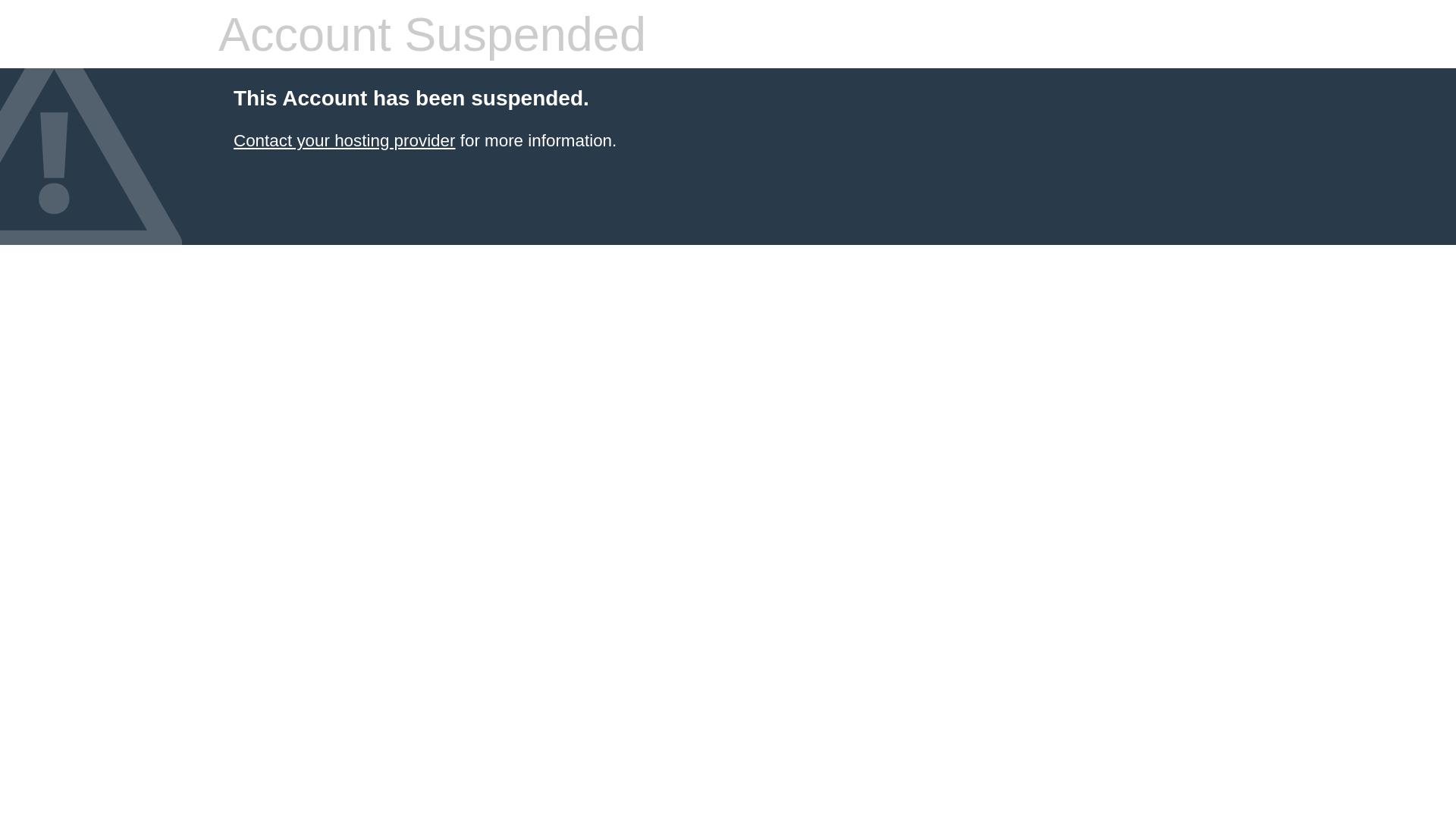 The image size is (1456, 819). Describe the element at coordinates (344, 140) in the screenshot. I see `'Contact your hosting provider'` at that location.